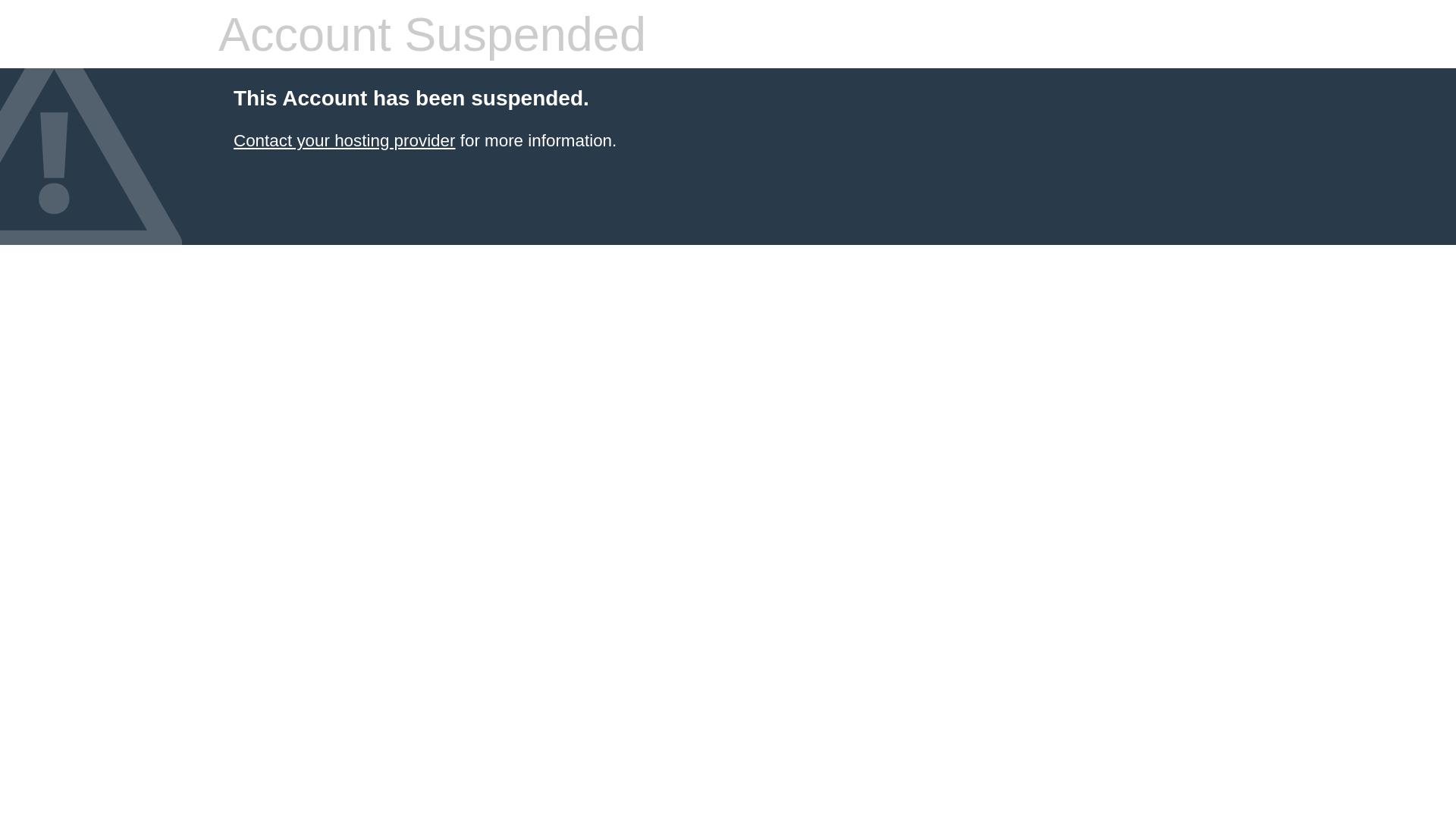 The image size is (1456, 819). Describe the element at coordinates (344, 140) in the screenshot. I see `'Contact your hosting provider'` at that location.